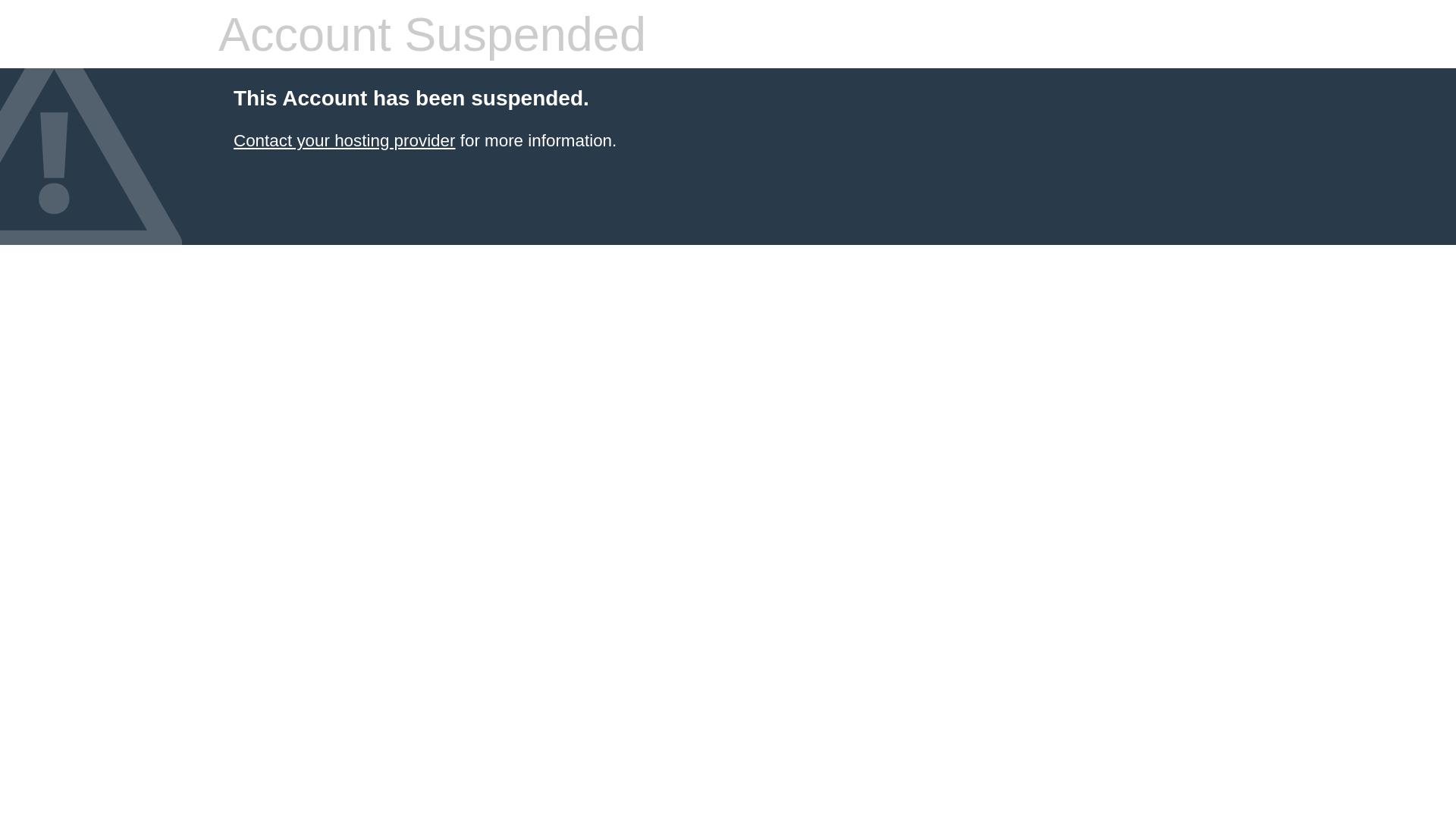 The image size is (1456, 819). Describe the element at coordinates (344, 140) in the screenshot. I see `'Contact your hosting provider'` at that location.